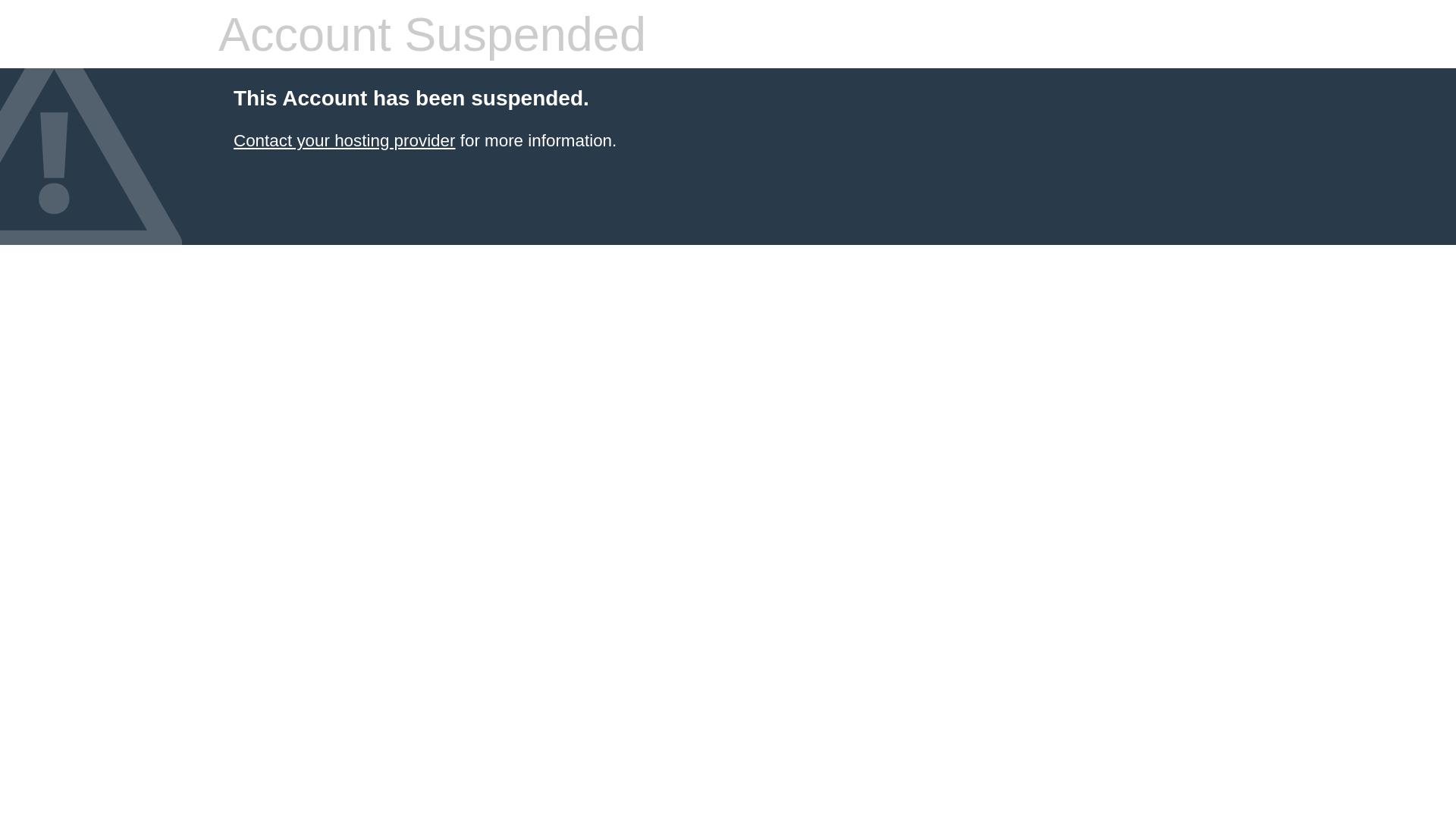 The image size is (1456, 819). Describe the element at coordinates (344, 140) in the screenshot. I see `'Contact your hosting provider'` at that location.